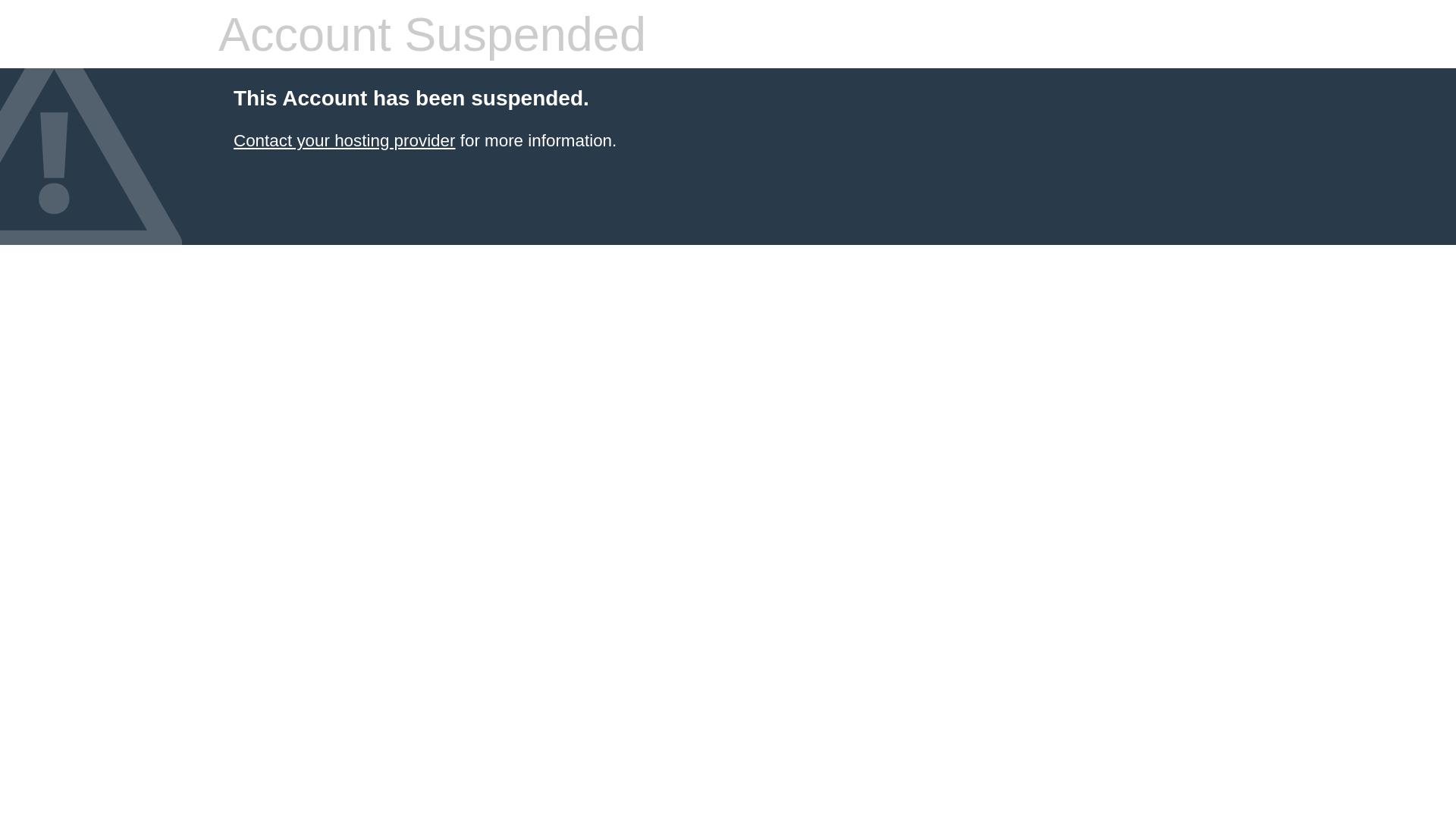 The image size is (1456, 819). Describe the element at coordinates (344, 140) in the screenshot. I see `'Contact your hosting provider'` at that location.